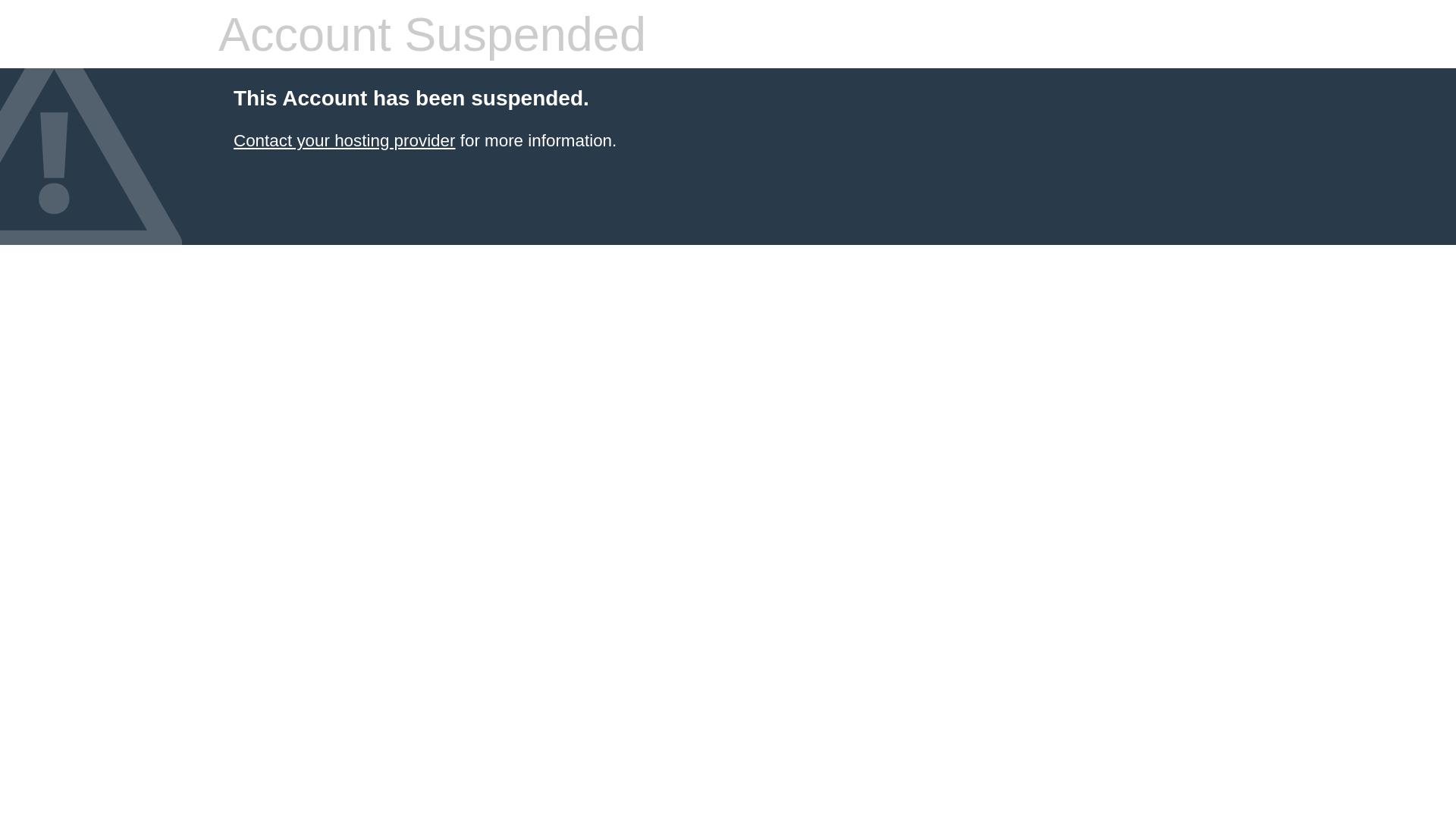 The image size is (1456, 819). Describe the element at coordinates (344, 140) in the screenshot. I see `'Contact your hosting provider'` at that location.